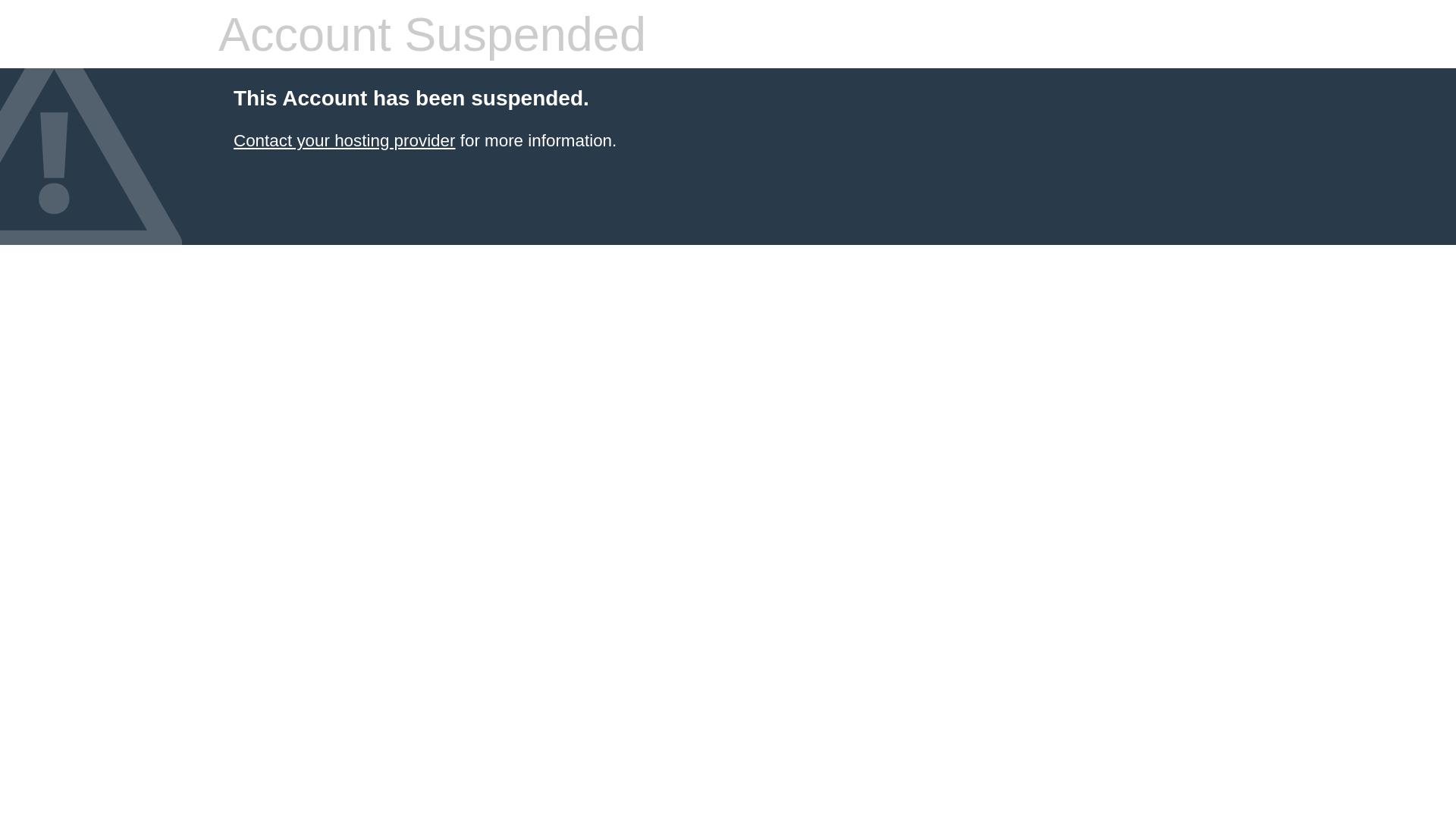 The image size is (1456, 819). Describe the element at coordinates (344, 140) in the screenshot. I see `'Contact your hosting provider'` at that location.